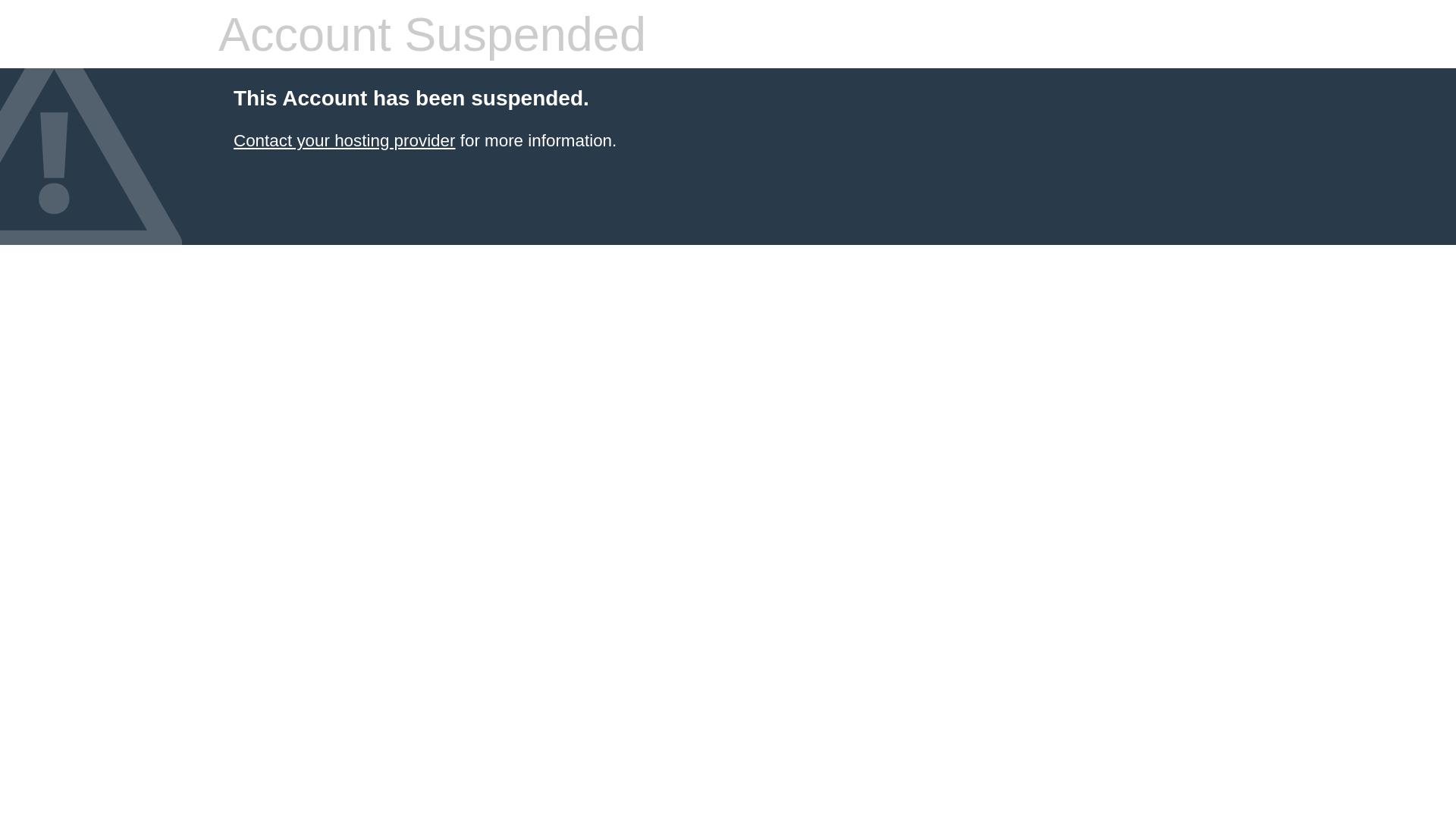 The image size is (1456, 819). Describe the element at coordinates (344, 140) in the screenshot. I see `'Contact your hosting provider'` at that location.